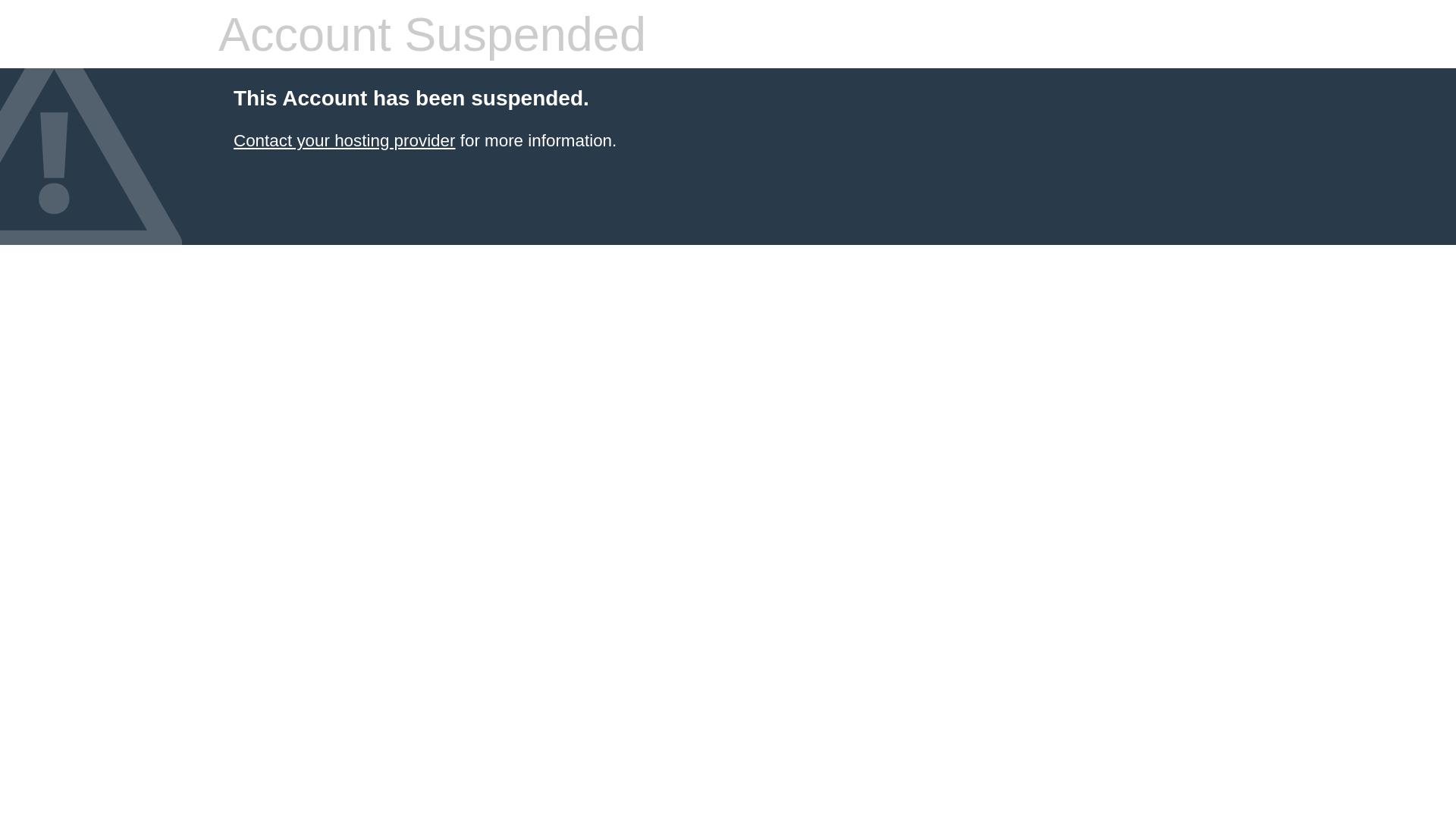 The image size is (1456, 819). Describe the element at coordinates (344, 140) in the screenshot. I see `'Contact your hosting provider'` at that location.